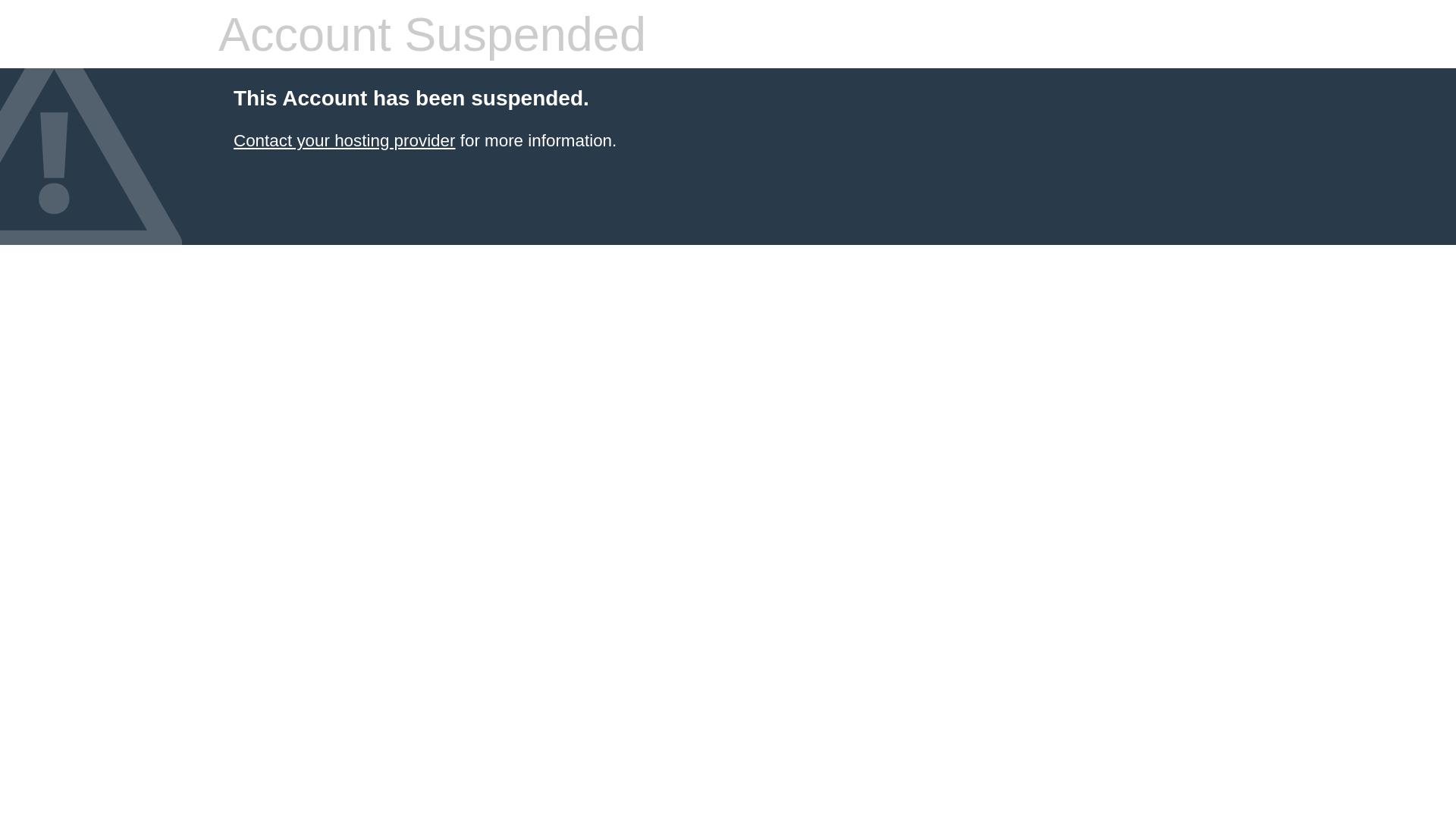 The image size is (1456, 819). Describe the element at coordinates (344, 140) in the screenshot. I see `'Contact your hosting provider'` at that location.